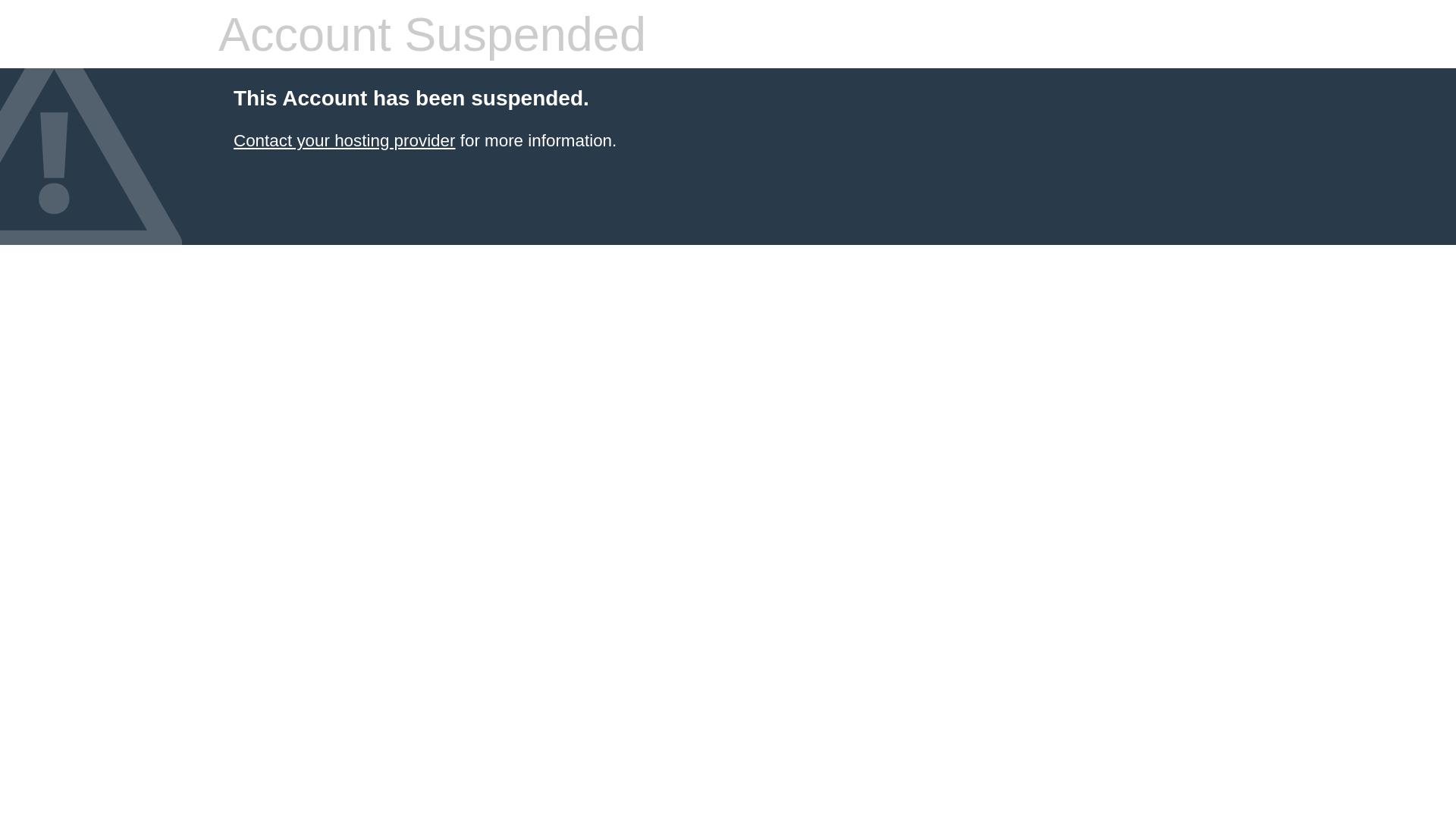 The image size is (1456, 819). Describe the element at coordinates (344, 140) in the screenshot. I see `'Contact your hosting provider'` at that location.